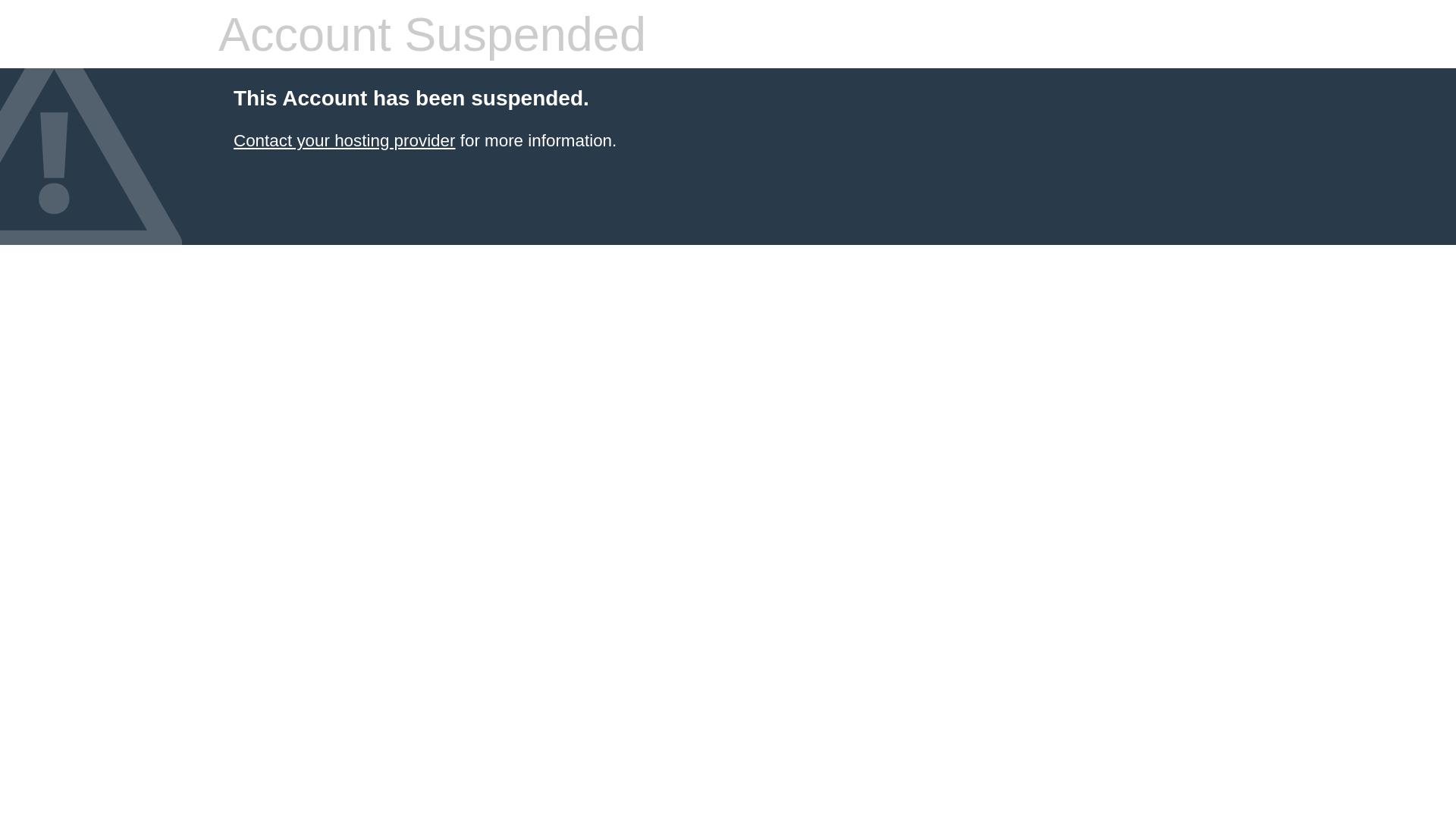 The image size is (1456, 819). Describe the element at coordinates (344, 140) in the screenshot. I see `'Contact your hosting provider'` at that location.